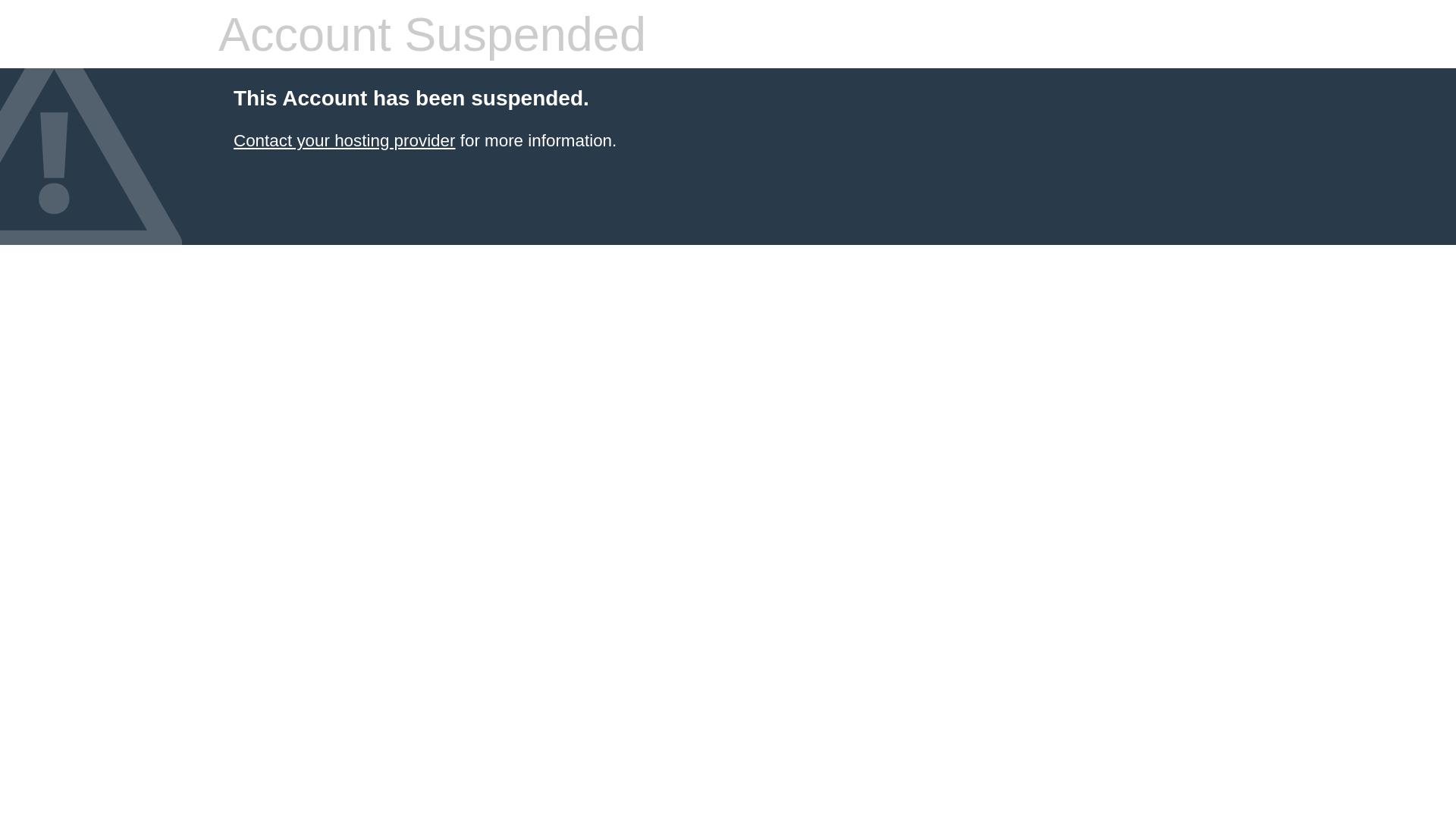 The image size is (1456, 819). Describe the element at coordinates (344, 140) in the screenshot. I see `'Contact your hosting provider'` at that location.